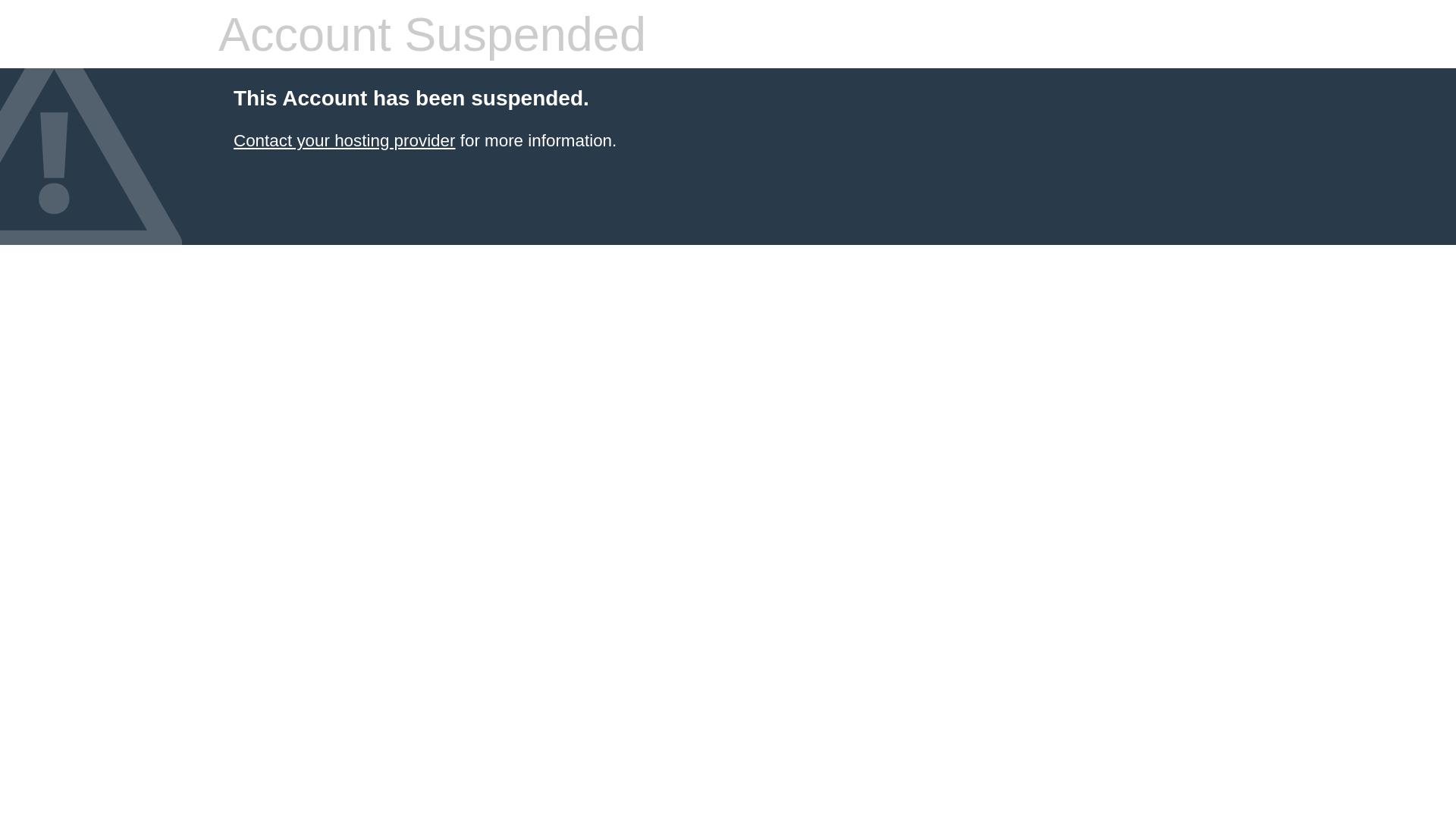 The image size is (1456, 819). Describe the element at coordinates (344, 140) in the screenshot. I see `'Contact your hosting provider'` at that location.